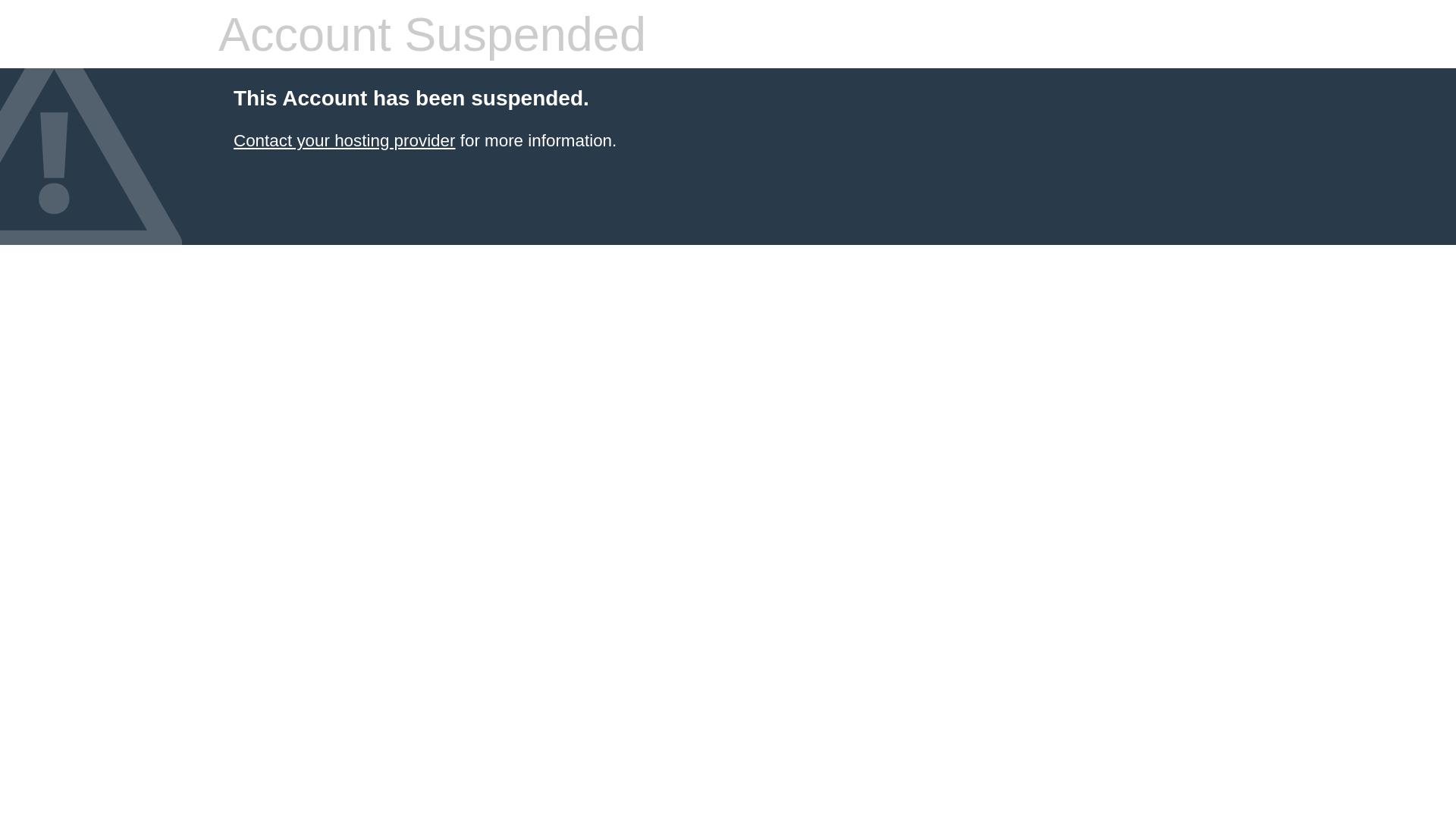 The image size is (1456, 819). Describe the element at coordinates (344, 140) in the screenshot. I see `'Contact your hosting provider'` at that location.